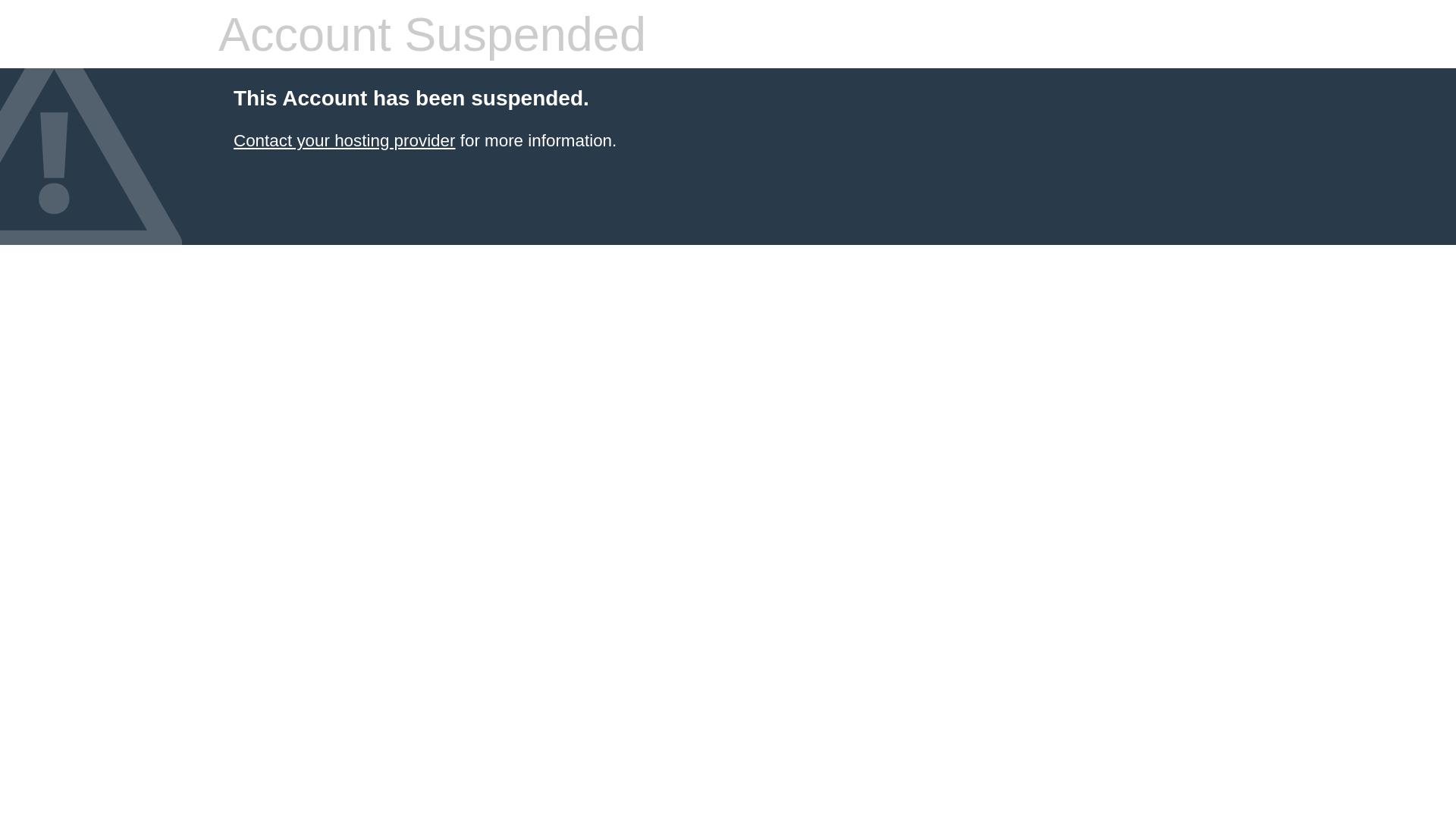 The image size is (1456, 819). Describe the element at coordinates (344, 140) in the screenshot. I see `'Contact your hosting provider'` at that location.